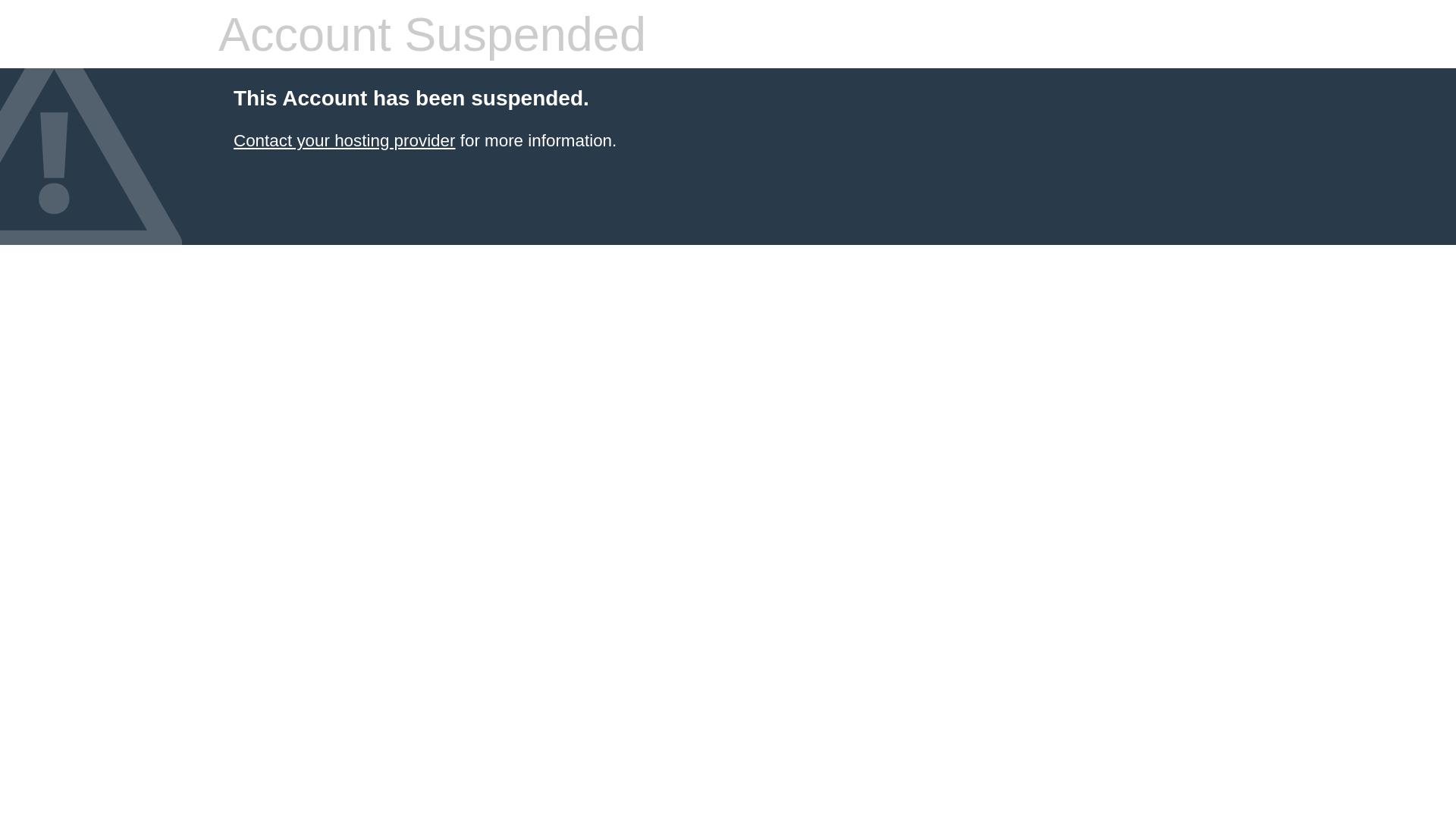 The image size is (1456, 819). Describe the element at coordinates (344, 140) in the screenshot. I see `'Contact your hosting provider'` at that location.